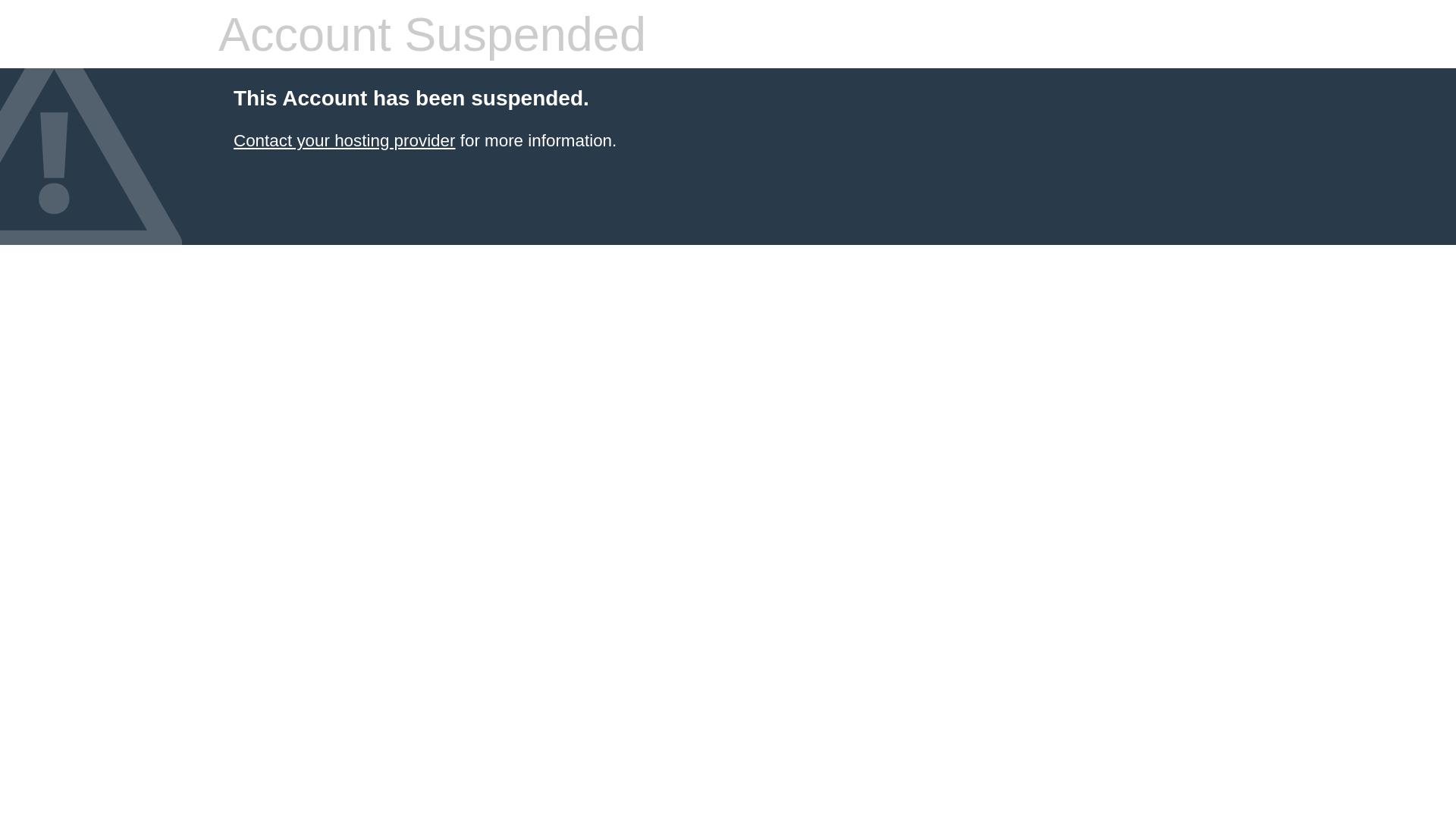 The image size is (1456, 819). Describe the element at coordinates (344, 140) in the screenshot. I see `'Contact your hosting provider'` at that location.